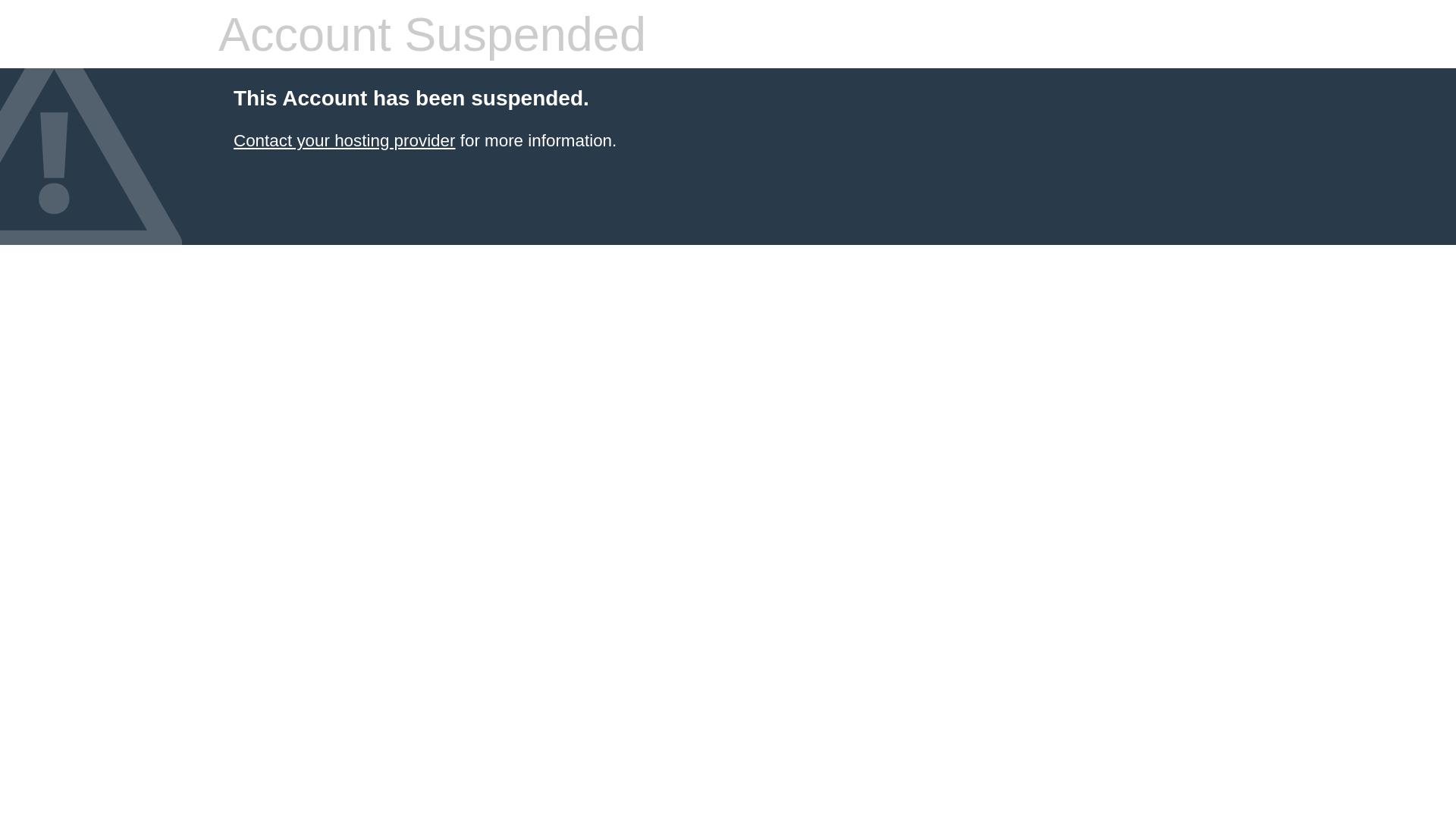 The image size is (1456, 819). Describe the element at coordinates (344, 140) in the screenshot. I see `'Contact your hosting provider'` at that location.